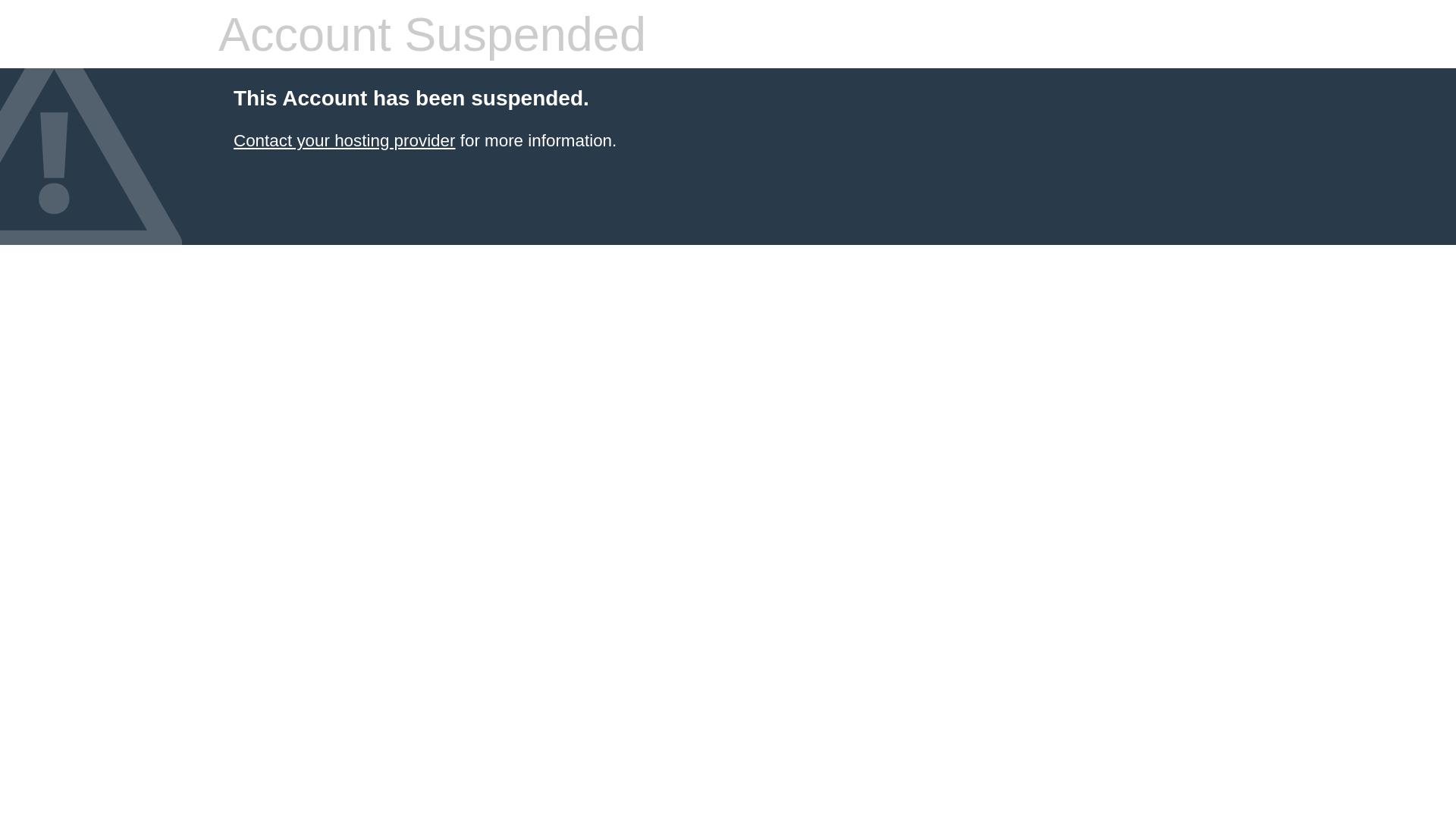 The image size is (1456, 819). Describe the element at coordinates (344, 140) in the screenshot. I see `'Contact your hosting provider'` at that location.